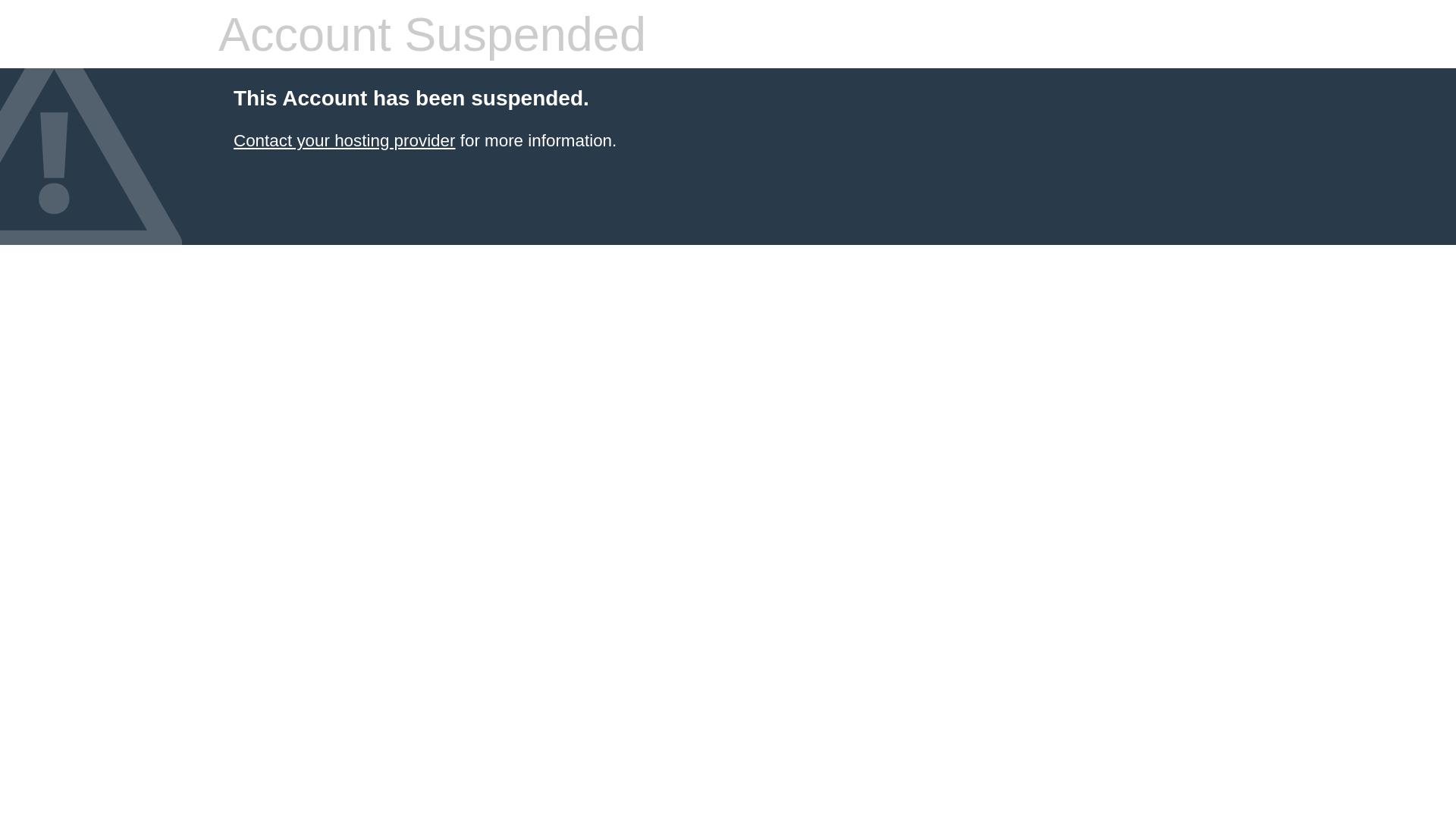 The image size is (1456, 819). Describe the element at coordinates (344, 140) in the screenshot. I see `'Contact your hosting provider'` at that location.